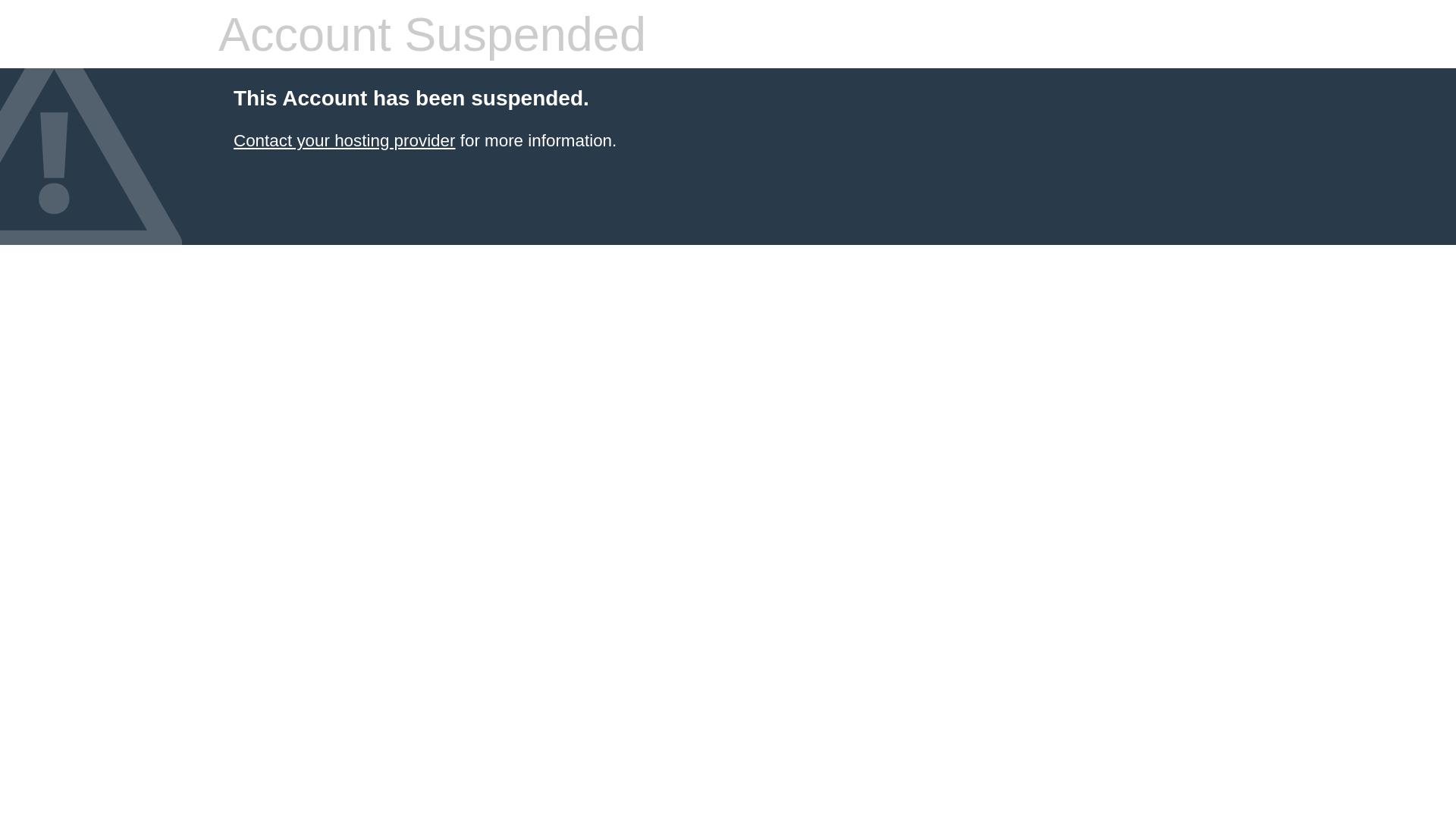 The image size is (1456, 819). Describe the element at coordinates (344, 140) in the screenshot. I see `'Contact your hosting provider'` at that location.